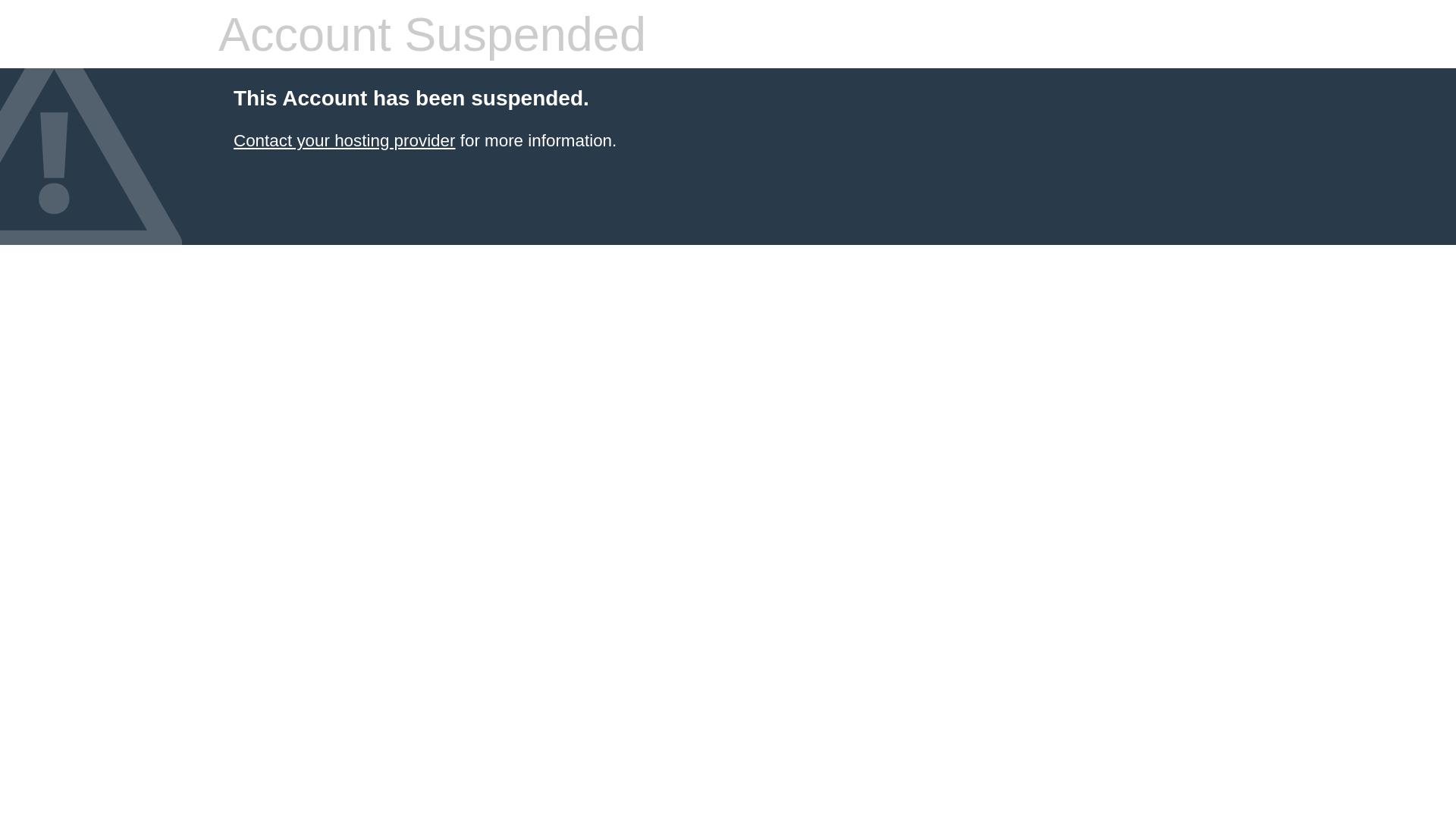 The image size is (1456, 819). Describe the element at coordinates (344, 140) in the screenshot. I see `'Contact your hosting provider'` at that location.